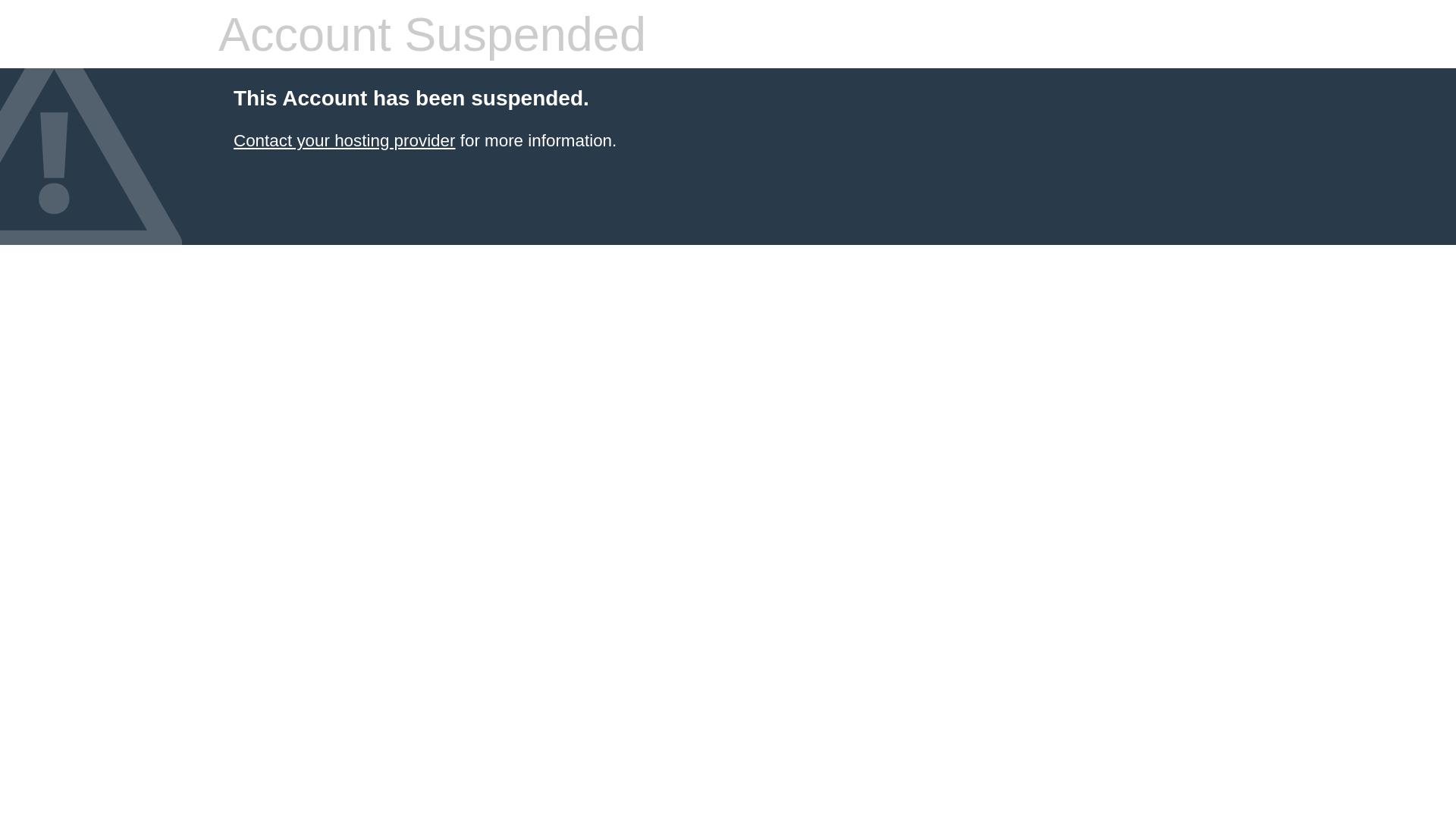 The image size is (1456, 819). Describe the element at coordinates (344, 140) in the screenshot. I see `'Contact your hosting provider'` at that location.